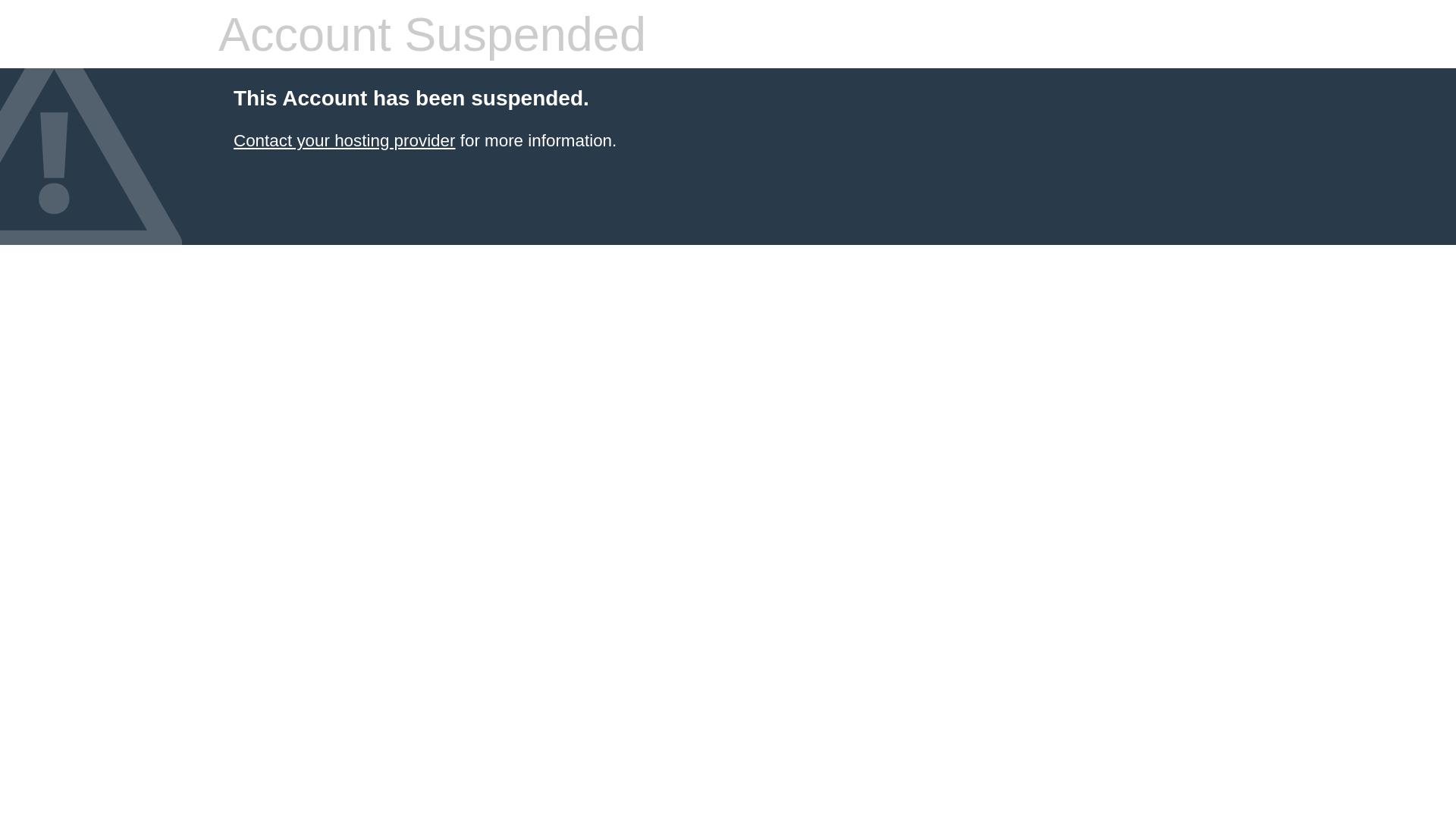 The image size is (1456, 819). Describe the element at coordinates (344, 140) in the screenshot. I see `'Contact your hosting provider'` at that location.